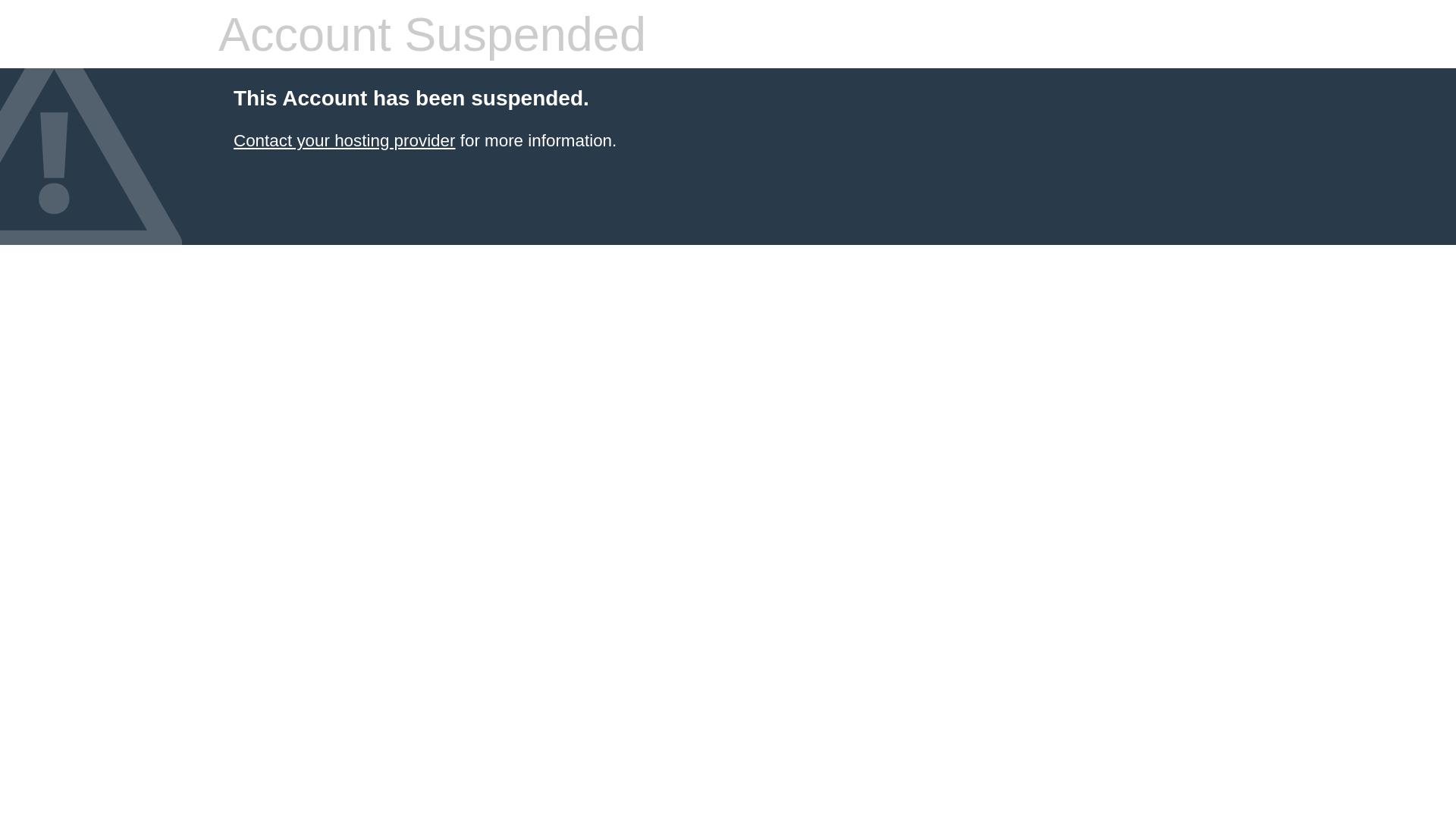 The image size is (1456, 819). Describe the element at coordinates (344, 140) in the screenshot. I see `'Contact your hosting provider'` at that location.